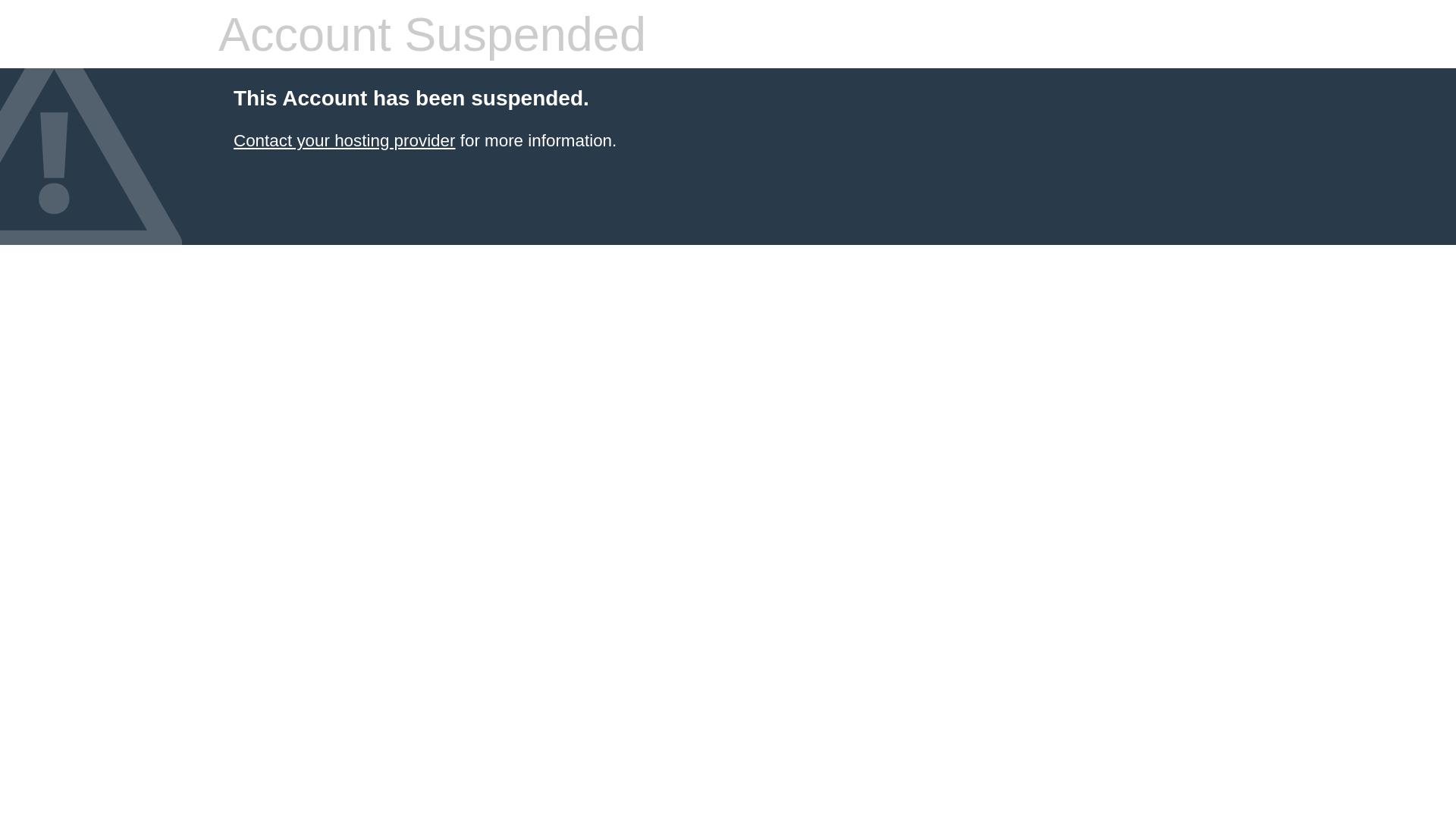 The image size is (1456, 819). Describe the element at coordinates (344, 140) in the screenshot. I see `'Contact your hosting provider'` at that location.